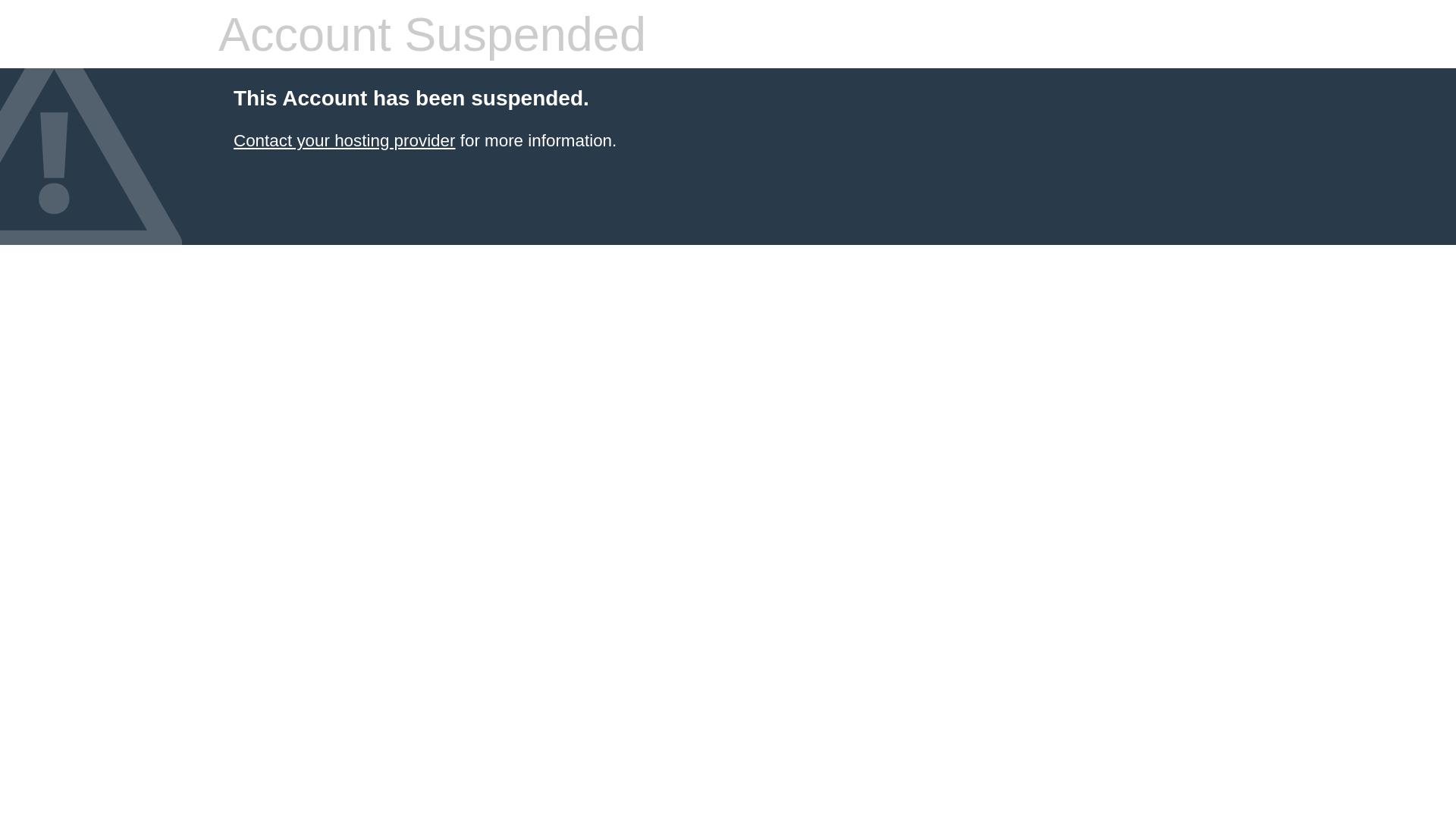 The image size is (1456, 819). Describe the element at coordinates (344, 140) in the screenshot. I see `'Contact your hosting provider'` at that location.